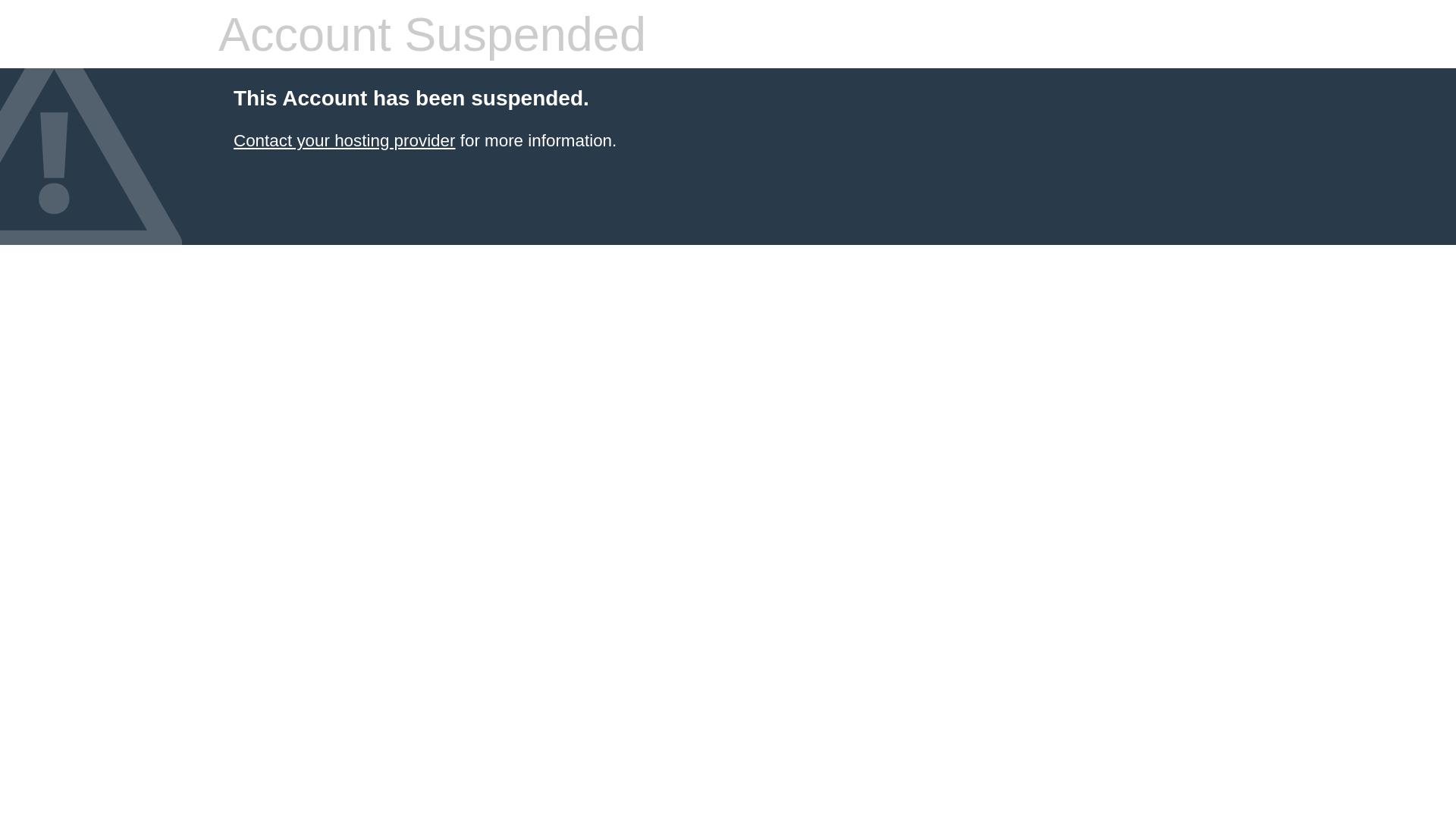 The image size is (1456, 819). Describe the element at coordinates (344, 140) in the screenshot. I see `'Contact your hosting provider'` at that location.